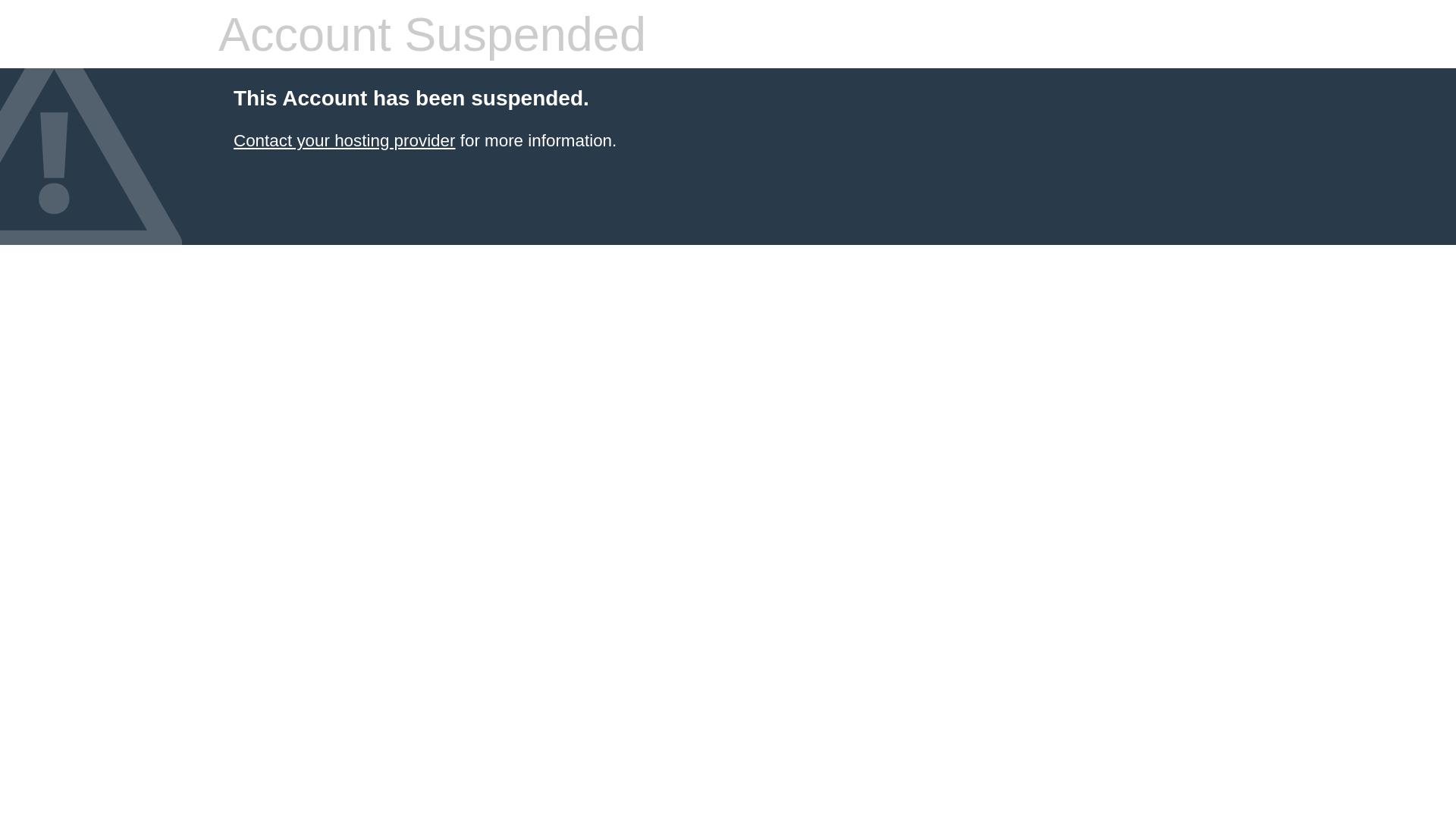 The image size is (1456, 819). Describe the element at coordinates (344, 140) in the screenshot. I see `'Contact your hosting provider'` at that location.